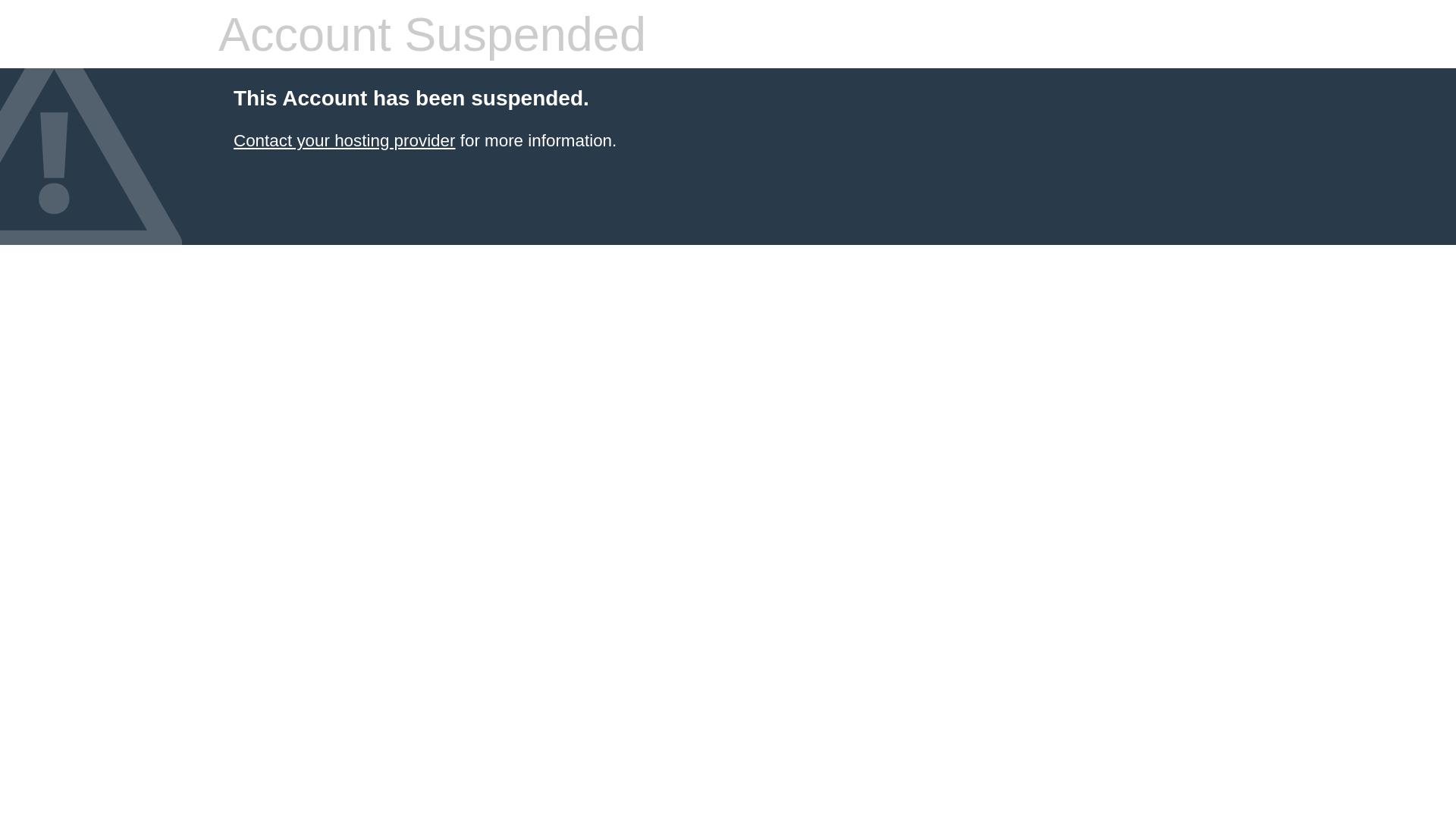 The image size is (1456, 819). Describe the element at coordinates (344, 140) in the screenshot. I see `'Contact your hosting provider'` at that location.